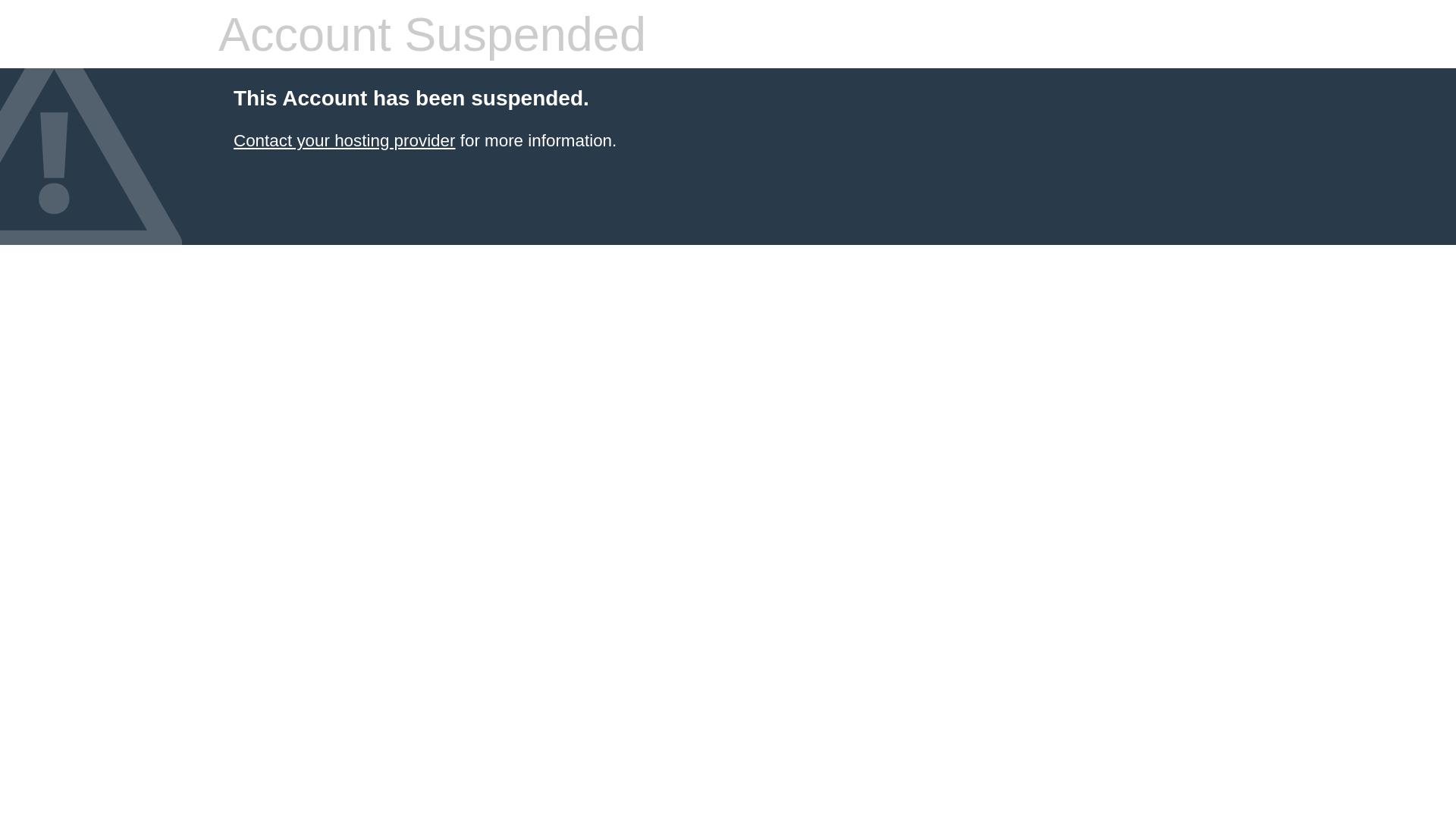 The image size is (1456, 819). Describe the element at coordinates (344, 140) in the screenshot. I see `'Contact your hosting provider'` at that location.